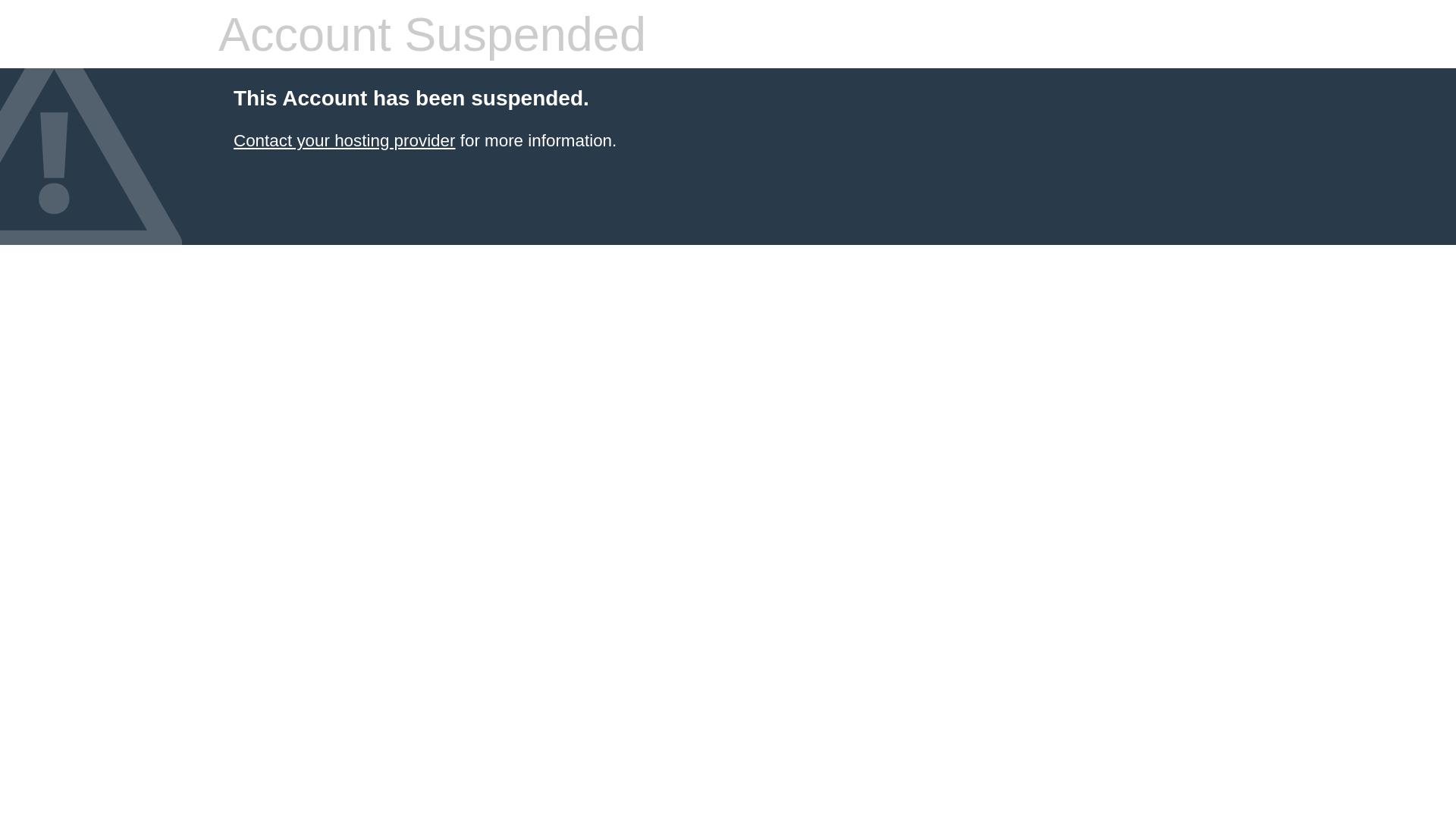 The image size is (1456, 819). Describe the element at coordinates (344, 140) in the screenshot. I see `'Contact your hosting provider'` at that location.